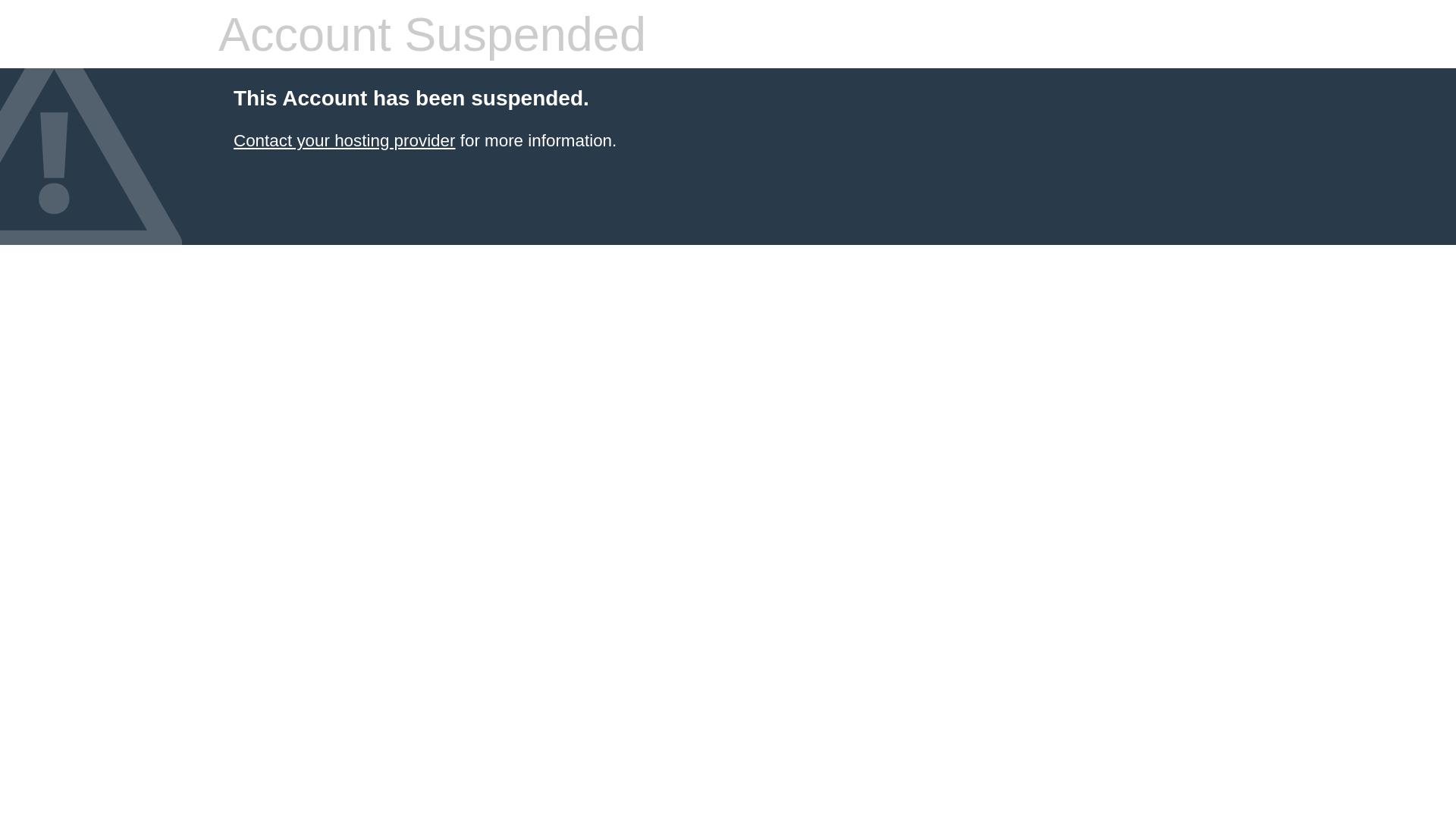 The image size is (1456, 819). Describe the element at coordinates (344, 140) in the screenshot. I see `'Contact your hosting provider'` at that location.